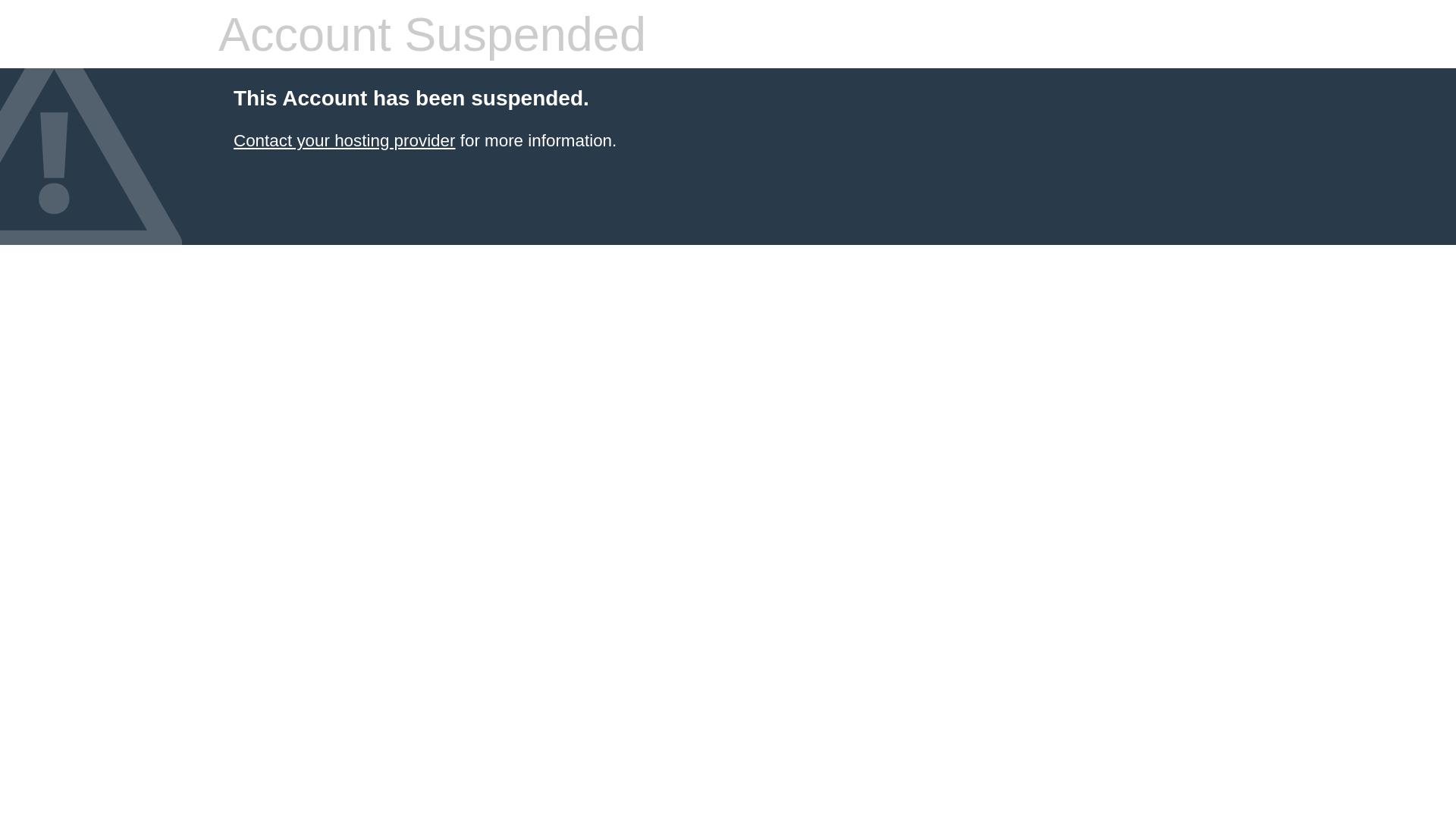 The image size is (1456, 819). Describe the element at coordinates (344, 140) in the screenshot. I see `'Contact your hosting provider'` at that location.